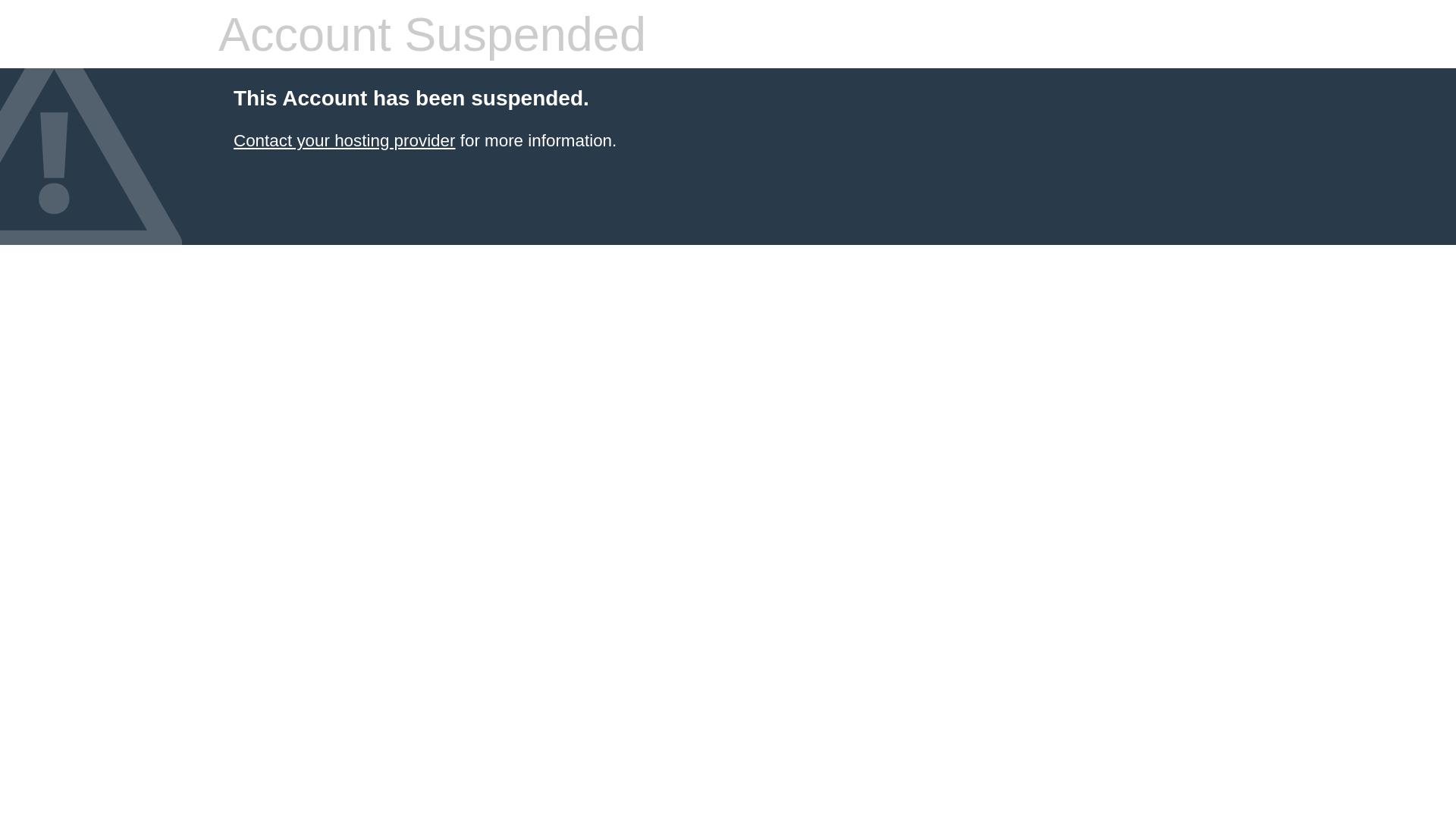 The image size is (1456, 819). Describe the element at coordinates (344, 140) in the screenshot. I see `'Contact your hosting provider'` at that location.